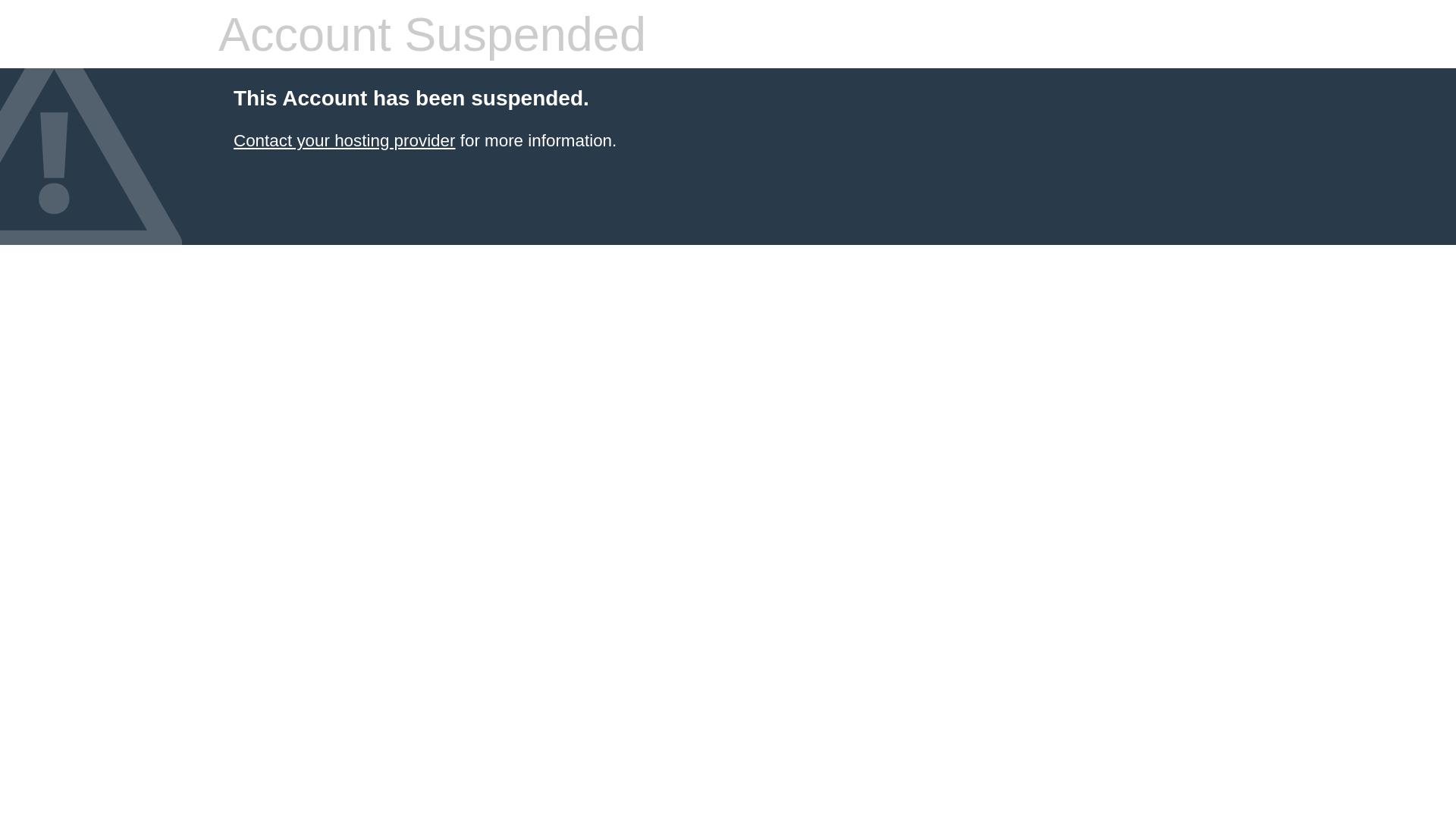 The image size is (1456, 819). Describe the element at coordinates (344, 140) in the screenshot. I see `'Contact your hosting provider'` at that location.